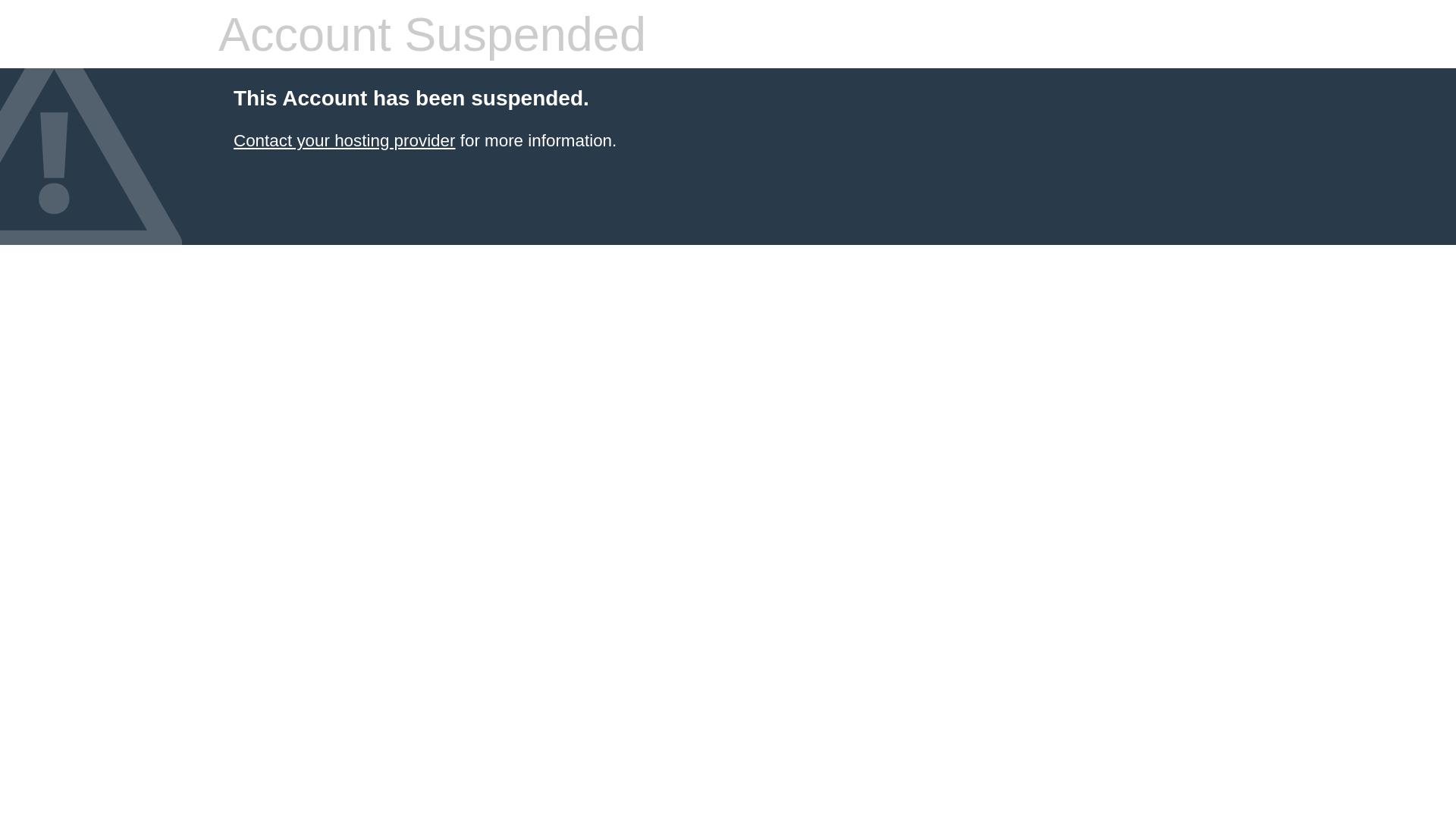 The image size is (1456, 819). Describe the element at coordinates (344, 140) in the screenshot. I see `'Contact your hosting provider'` at that location.